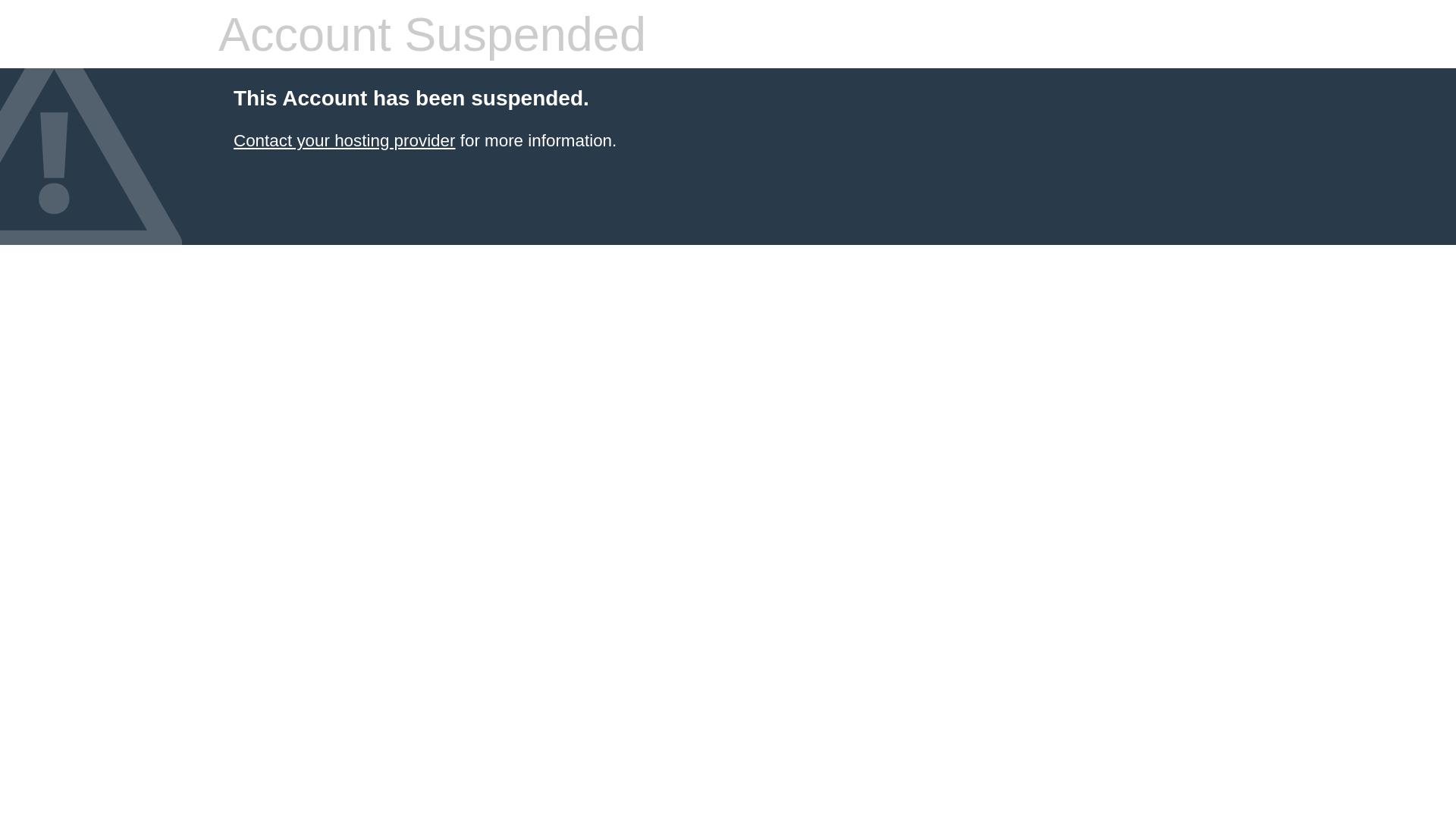 The image size is (1456, 819). Describe the element at coordinates (344, 140) in the screenshot. I see `'Contact your hosting provider'` at that location.